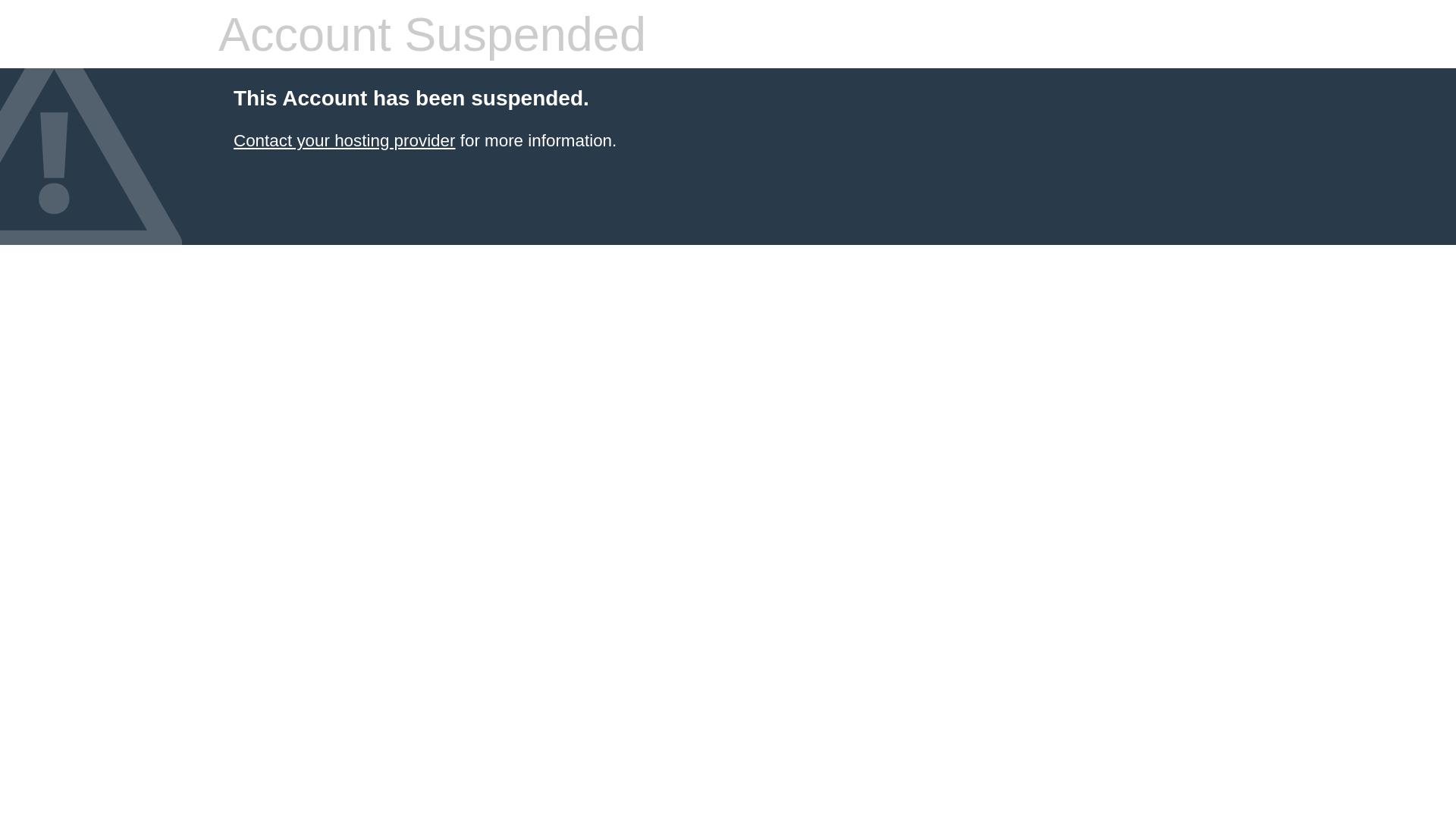 The image size is (1456, 819). Describe the element at coordinates (344, 140) in the screenshot. I see `'Contact your hosting provider'` at that location.